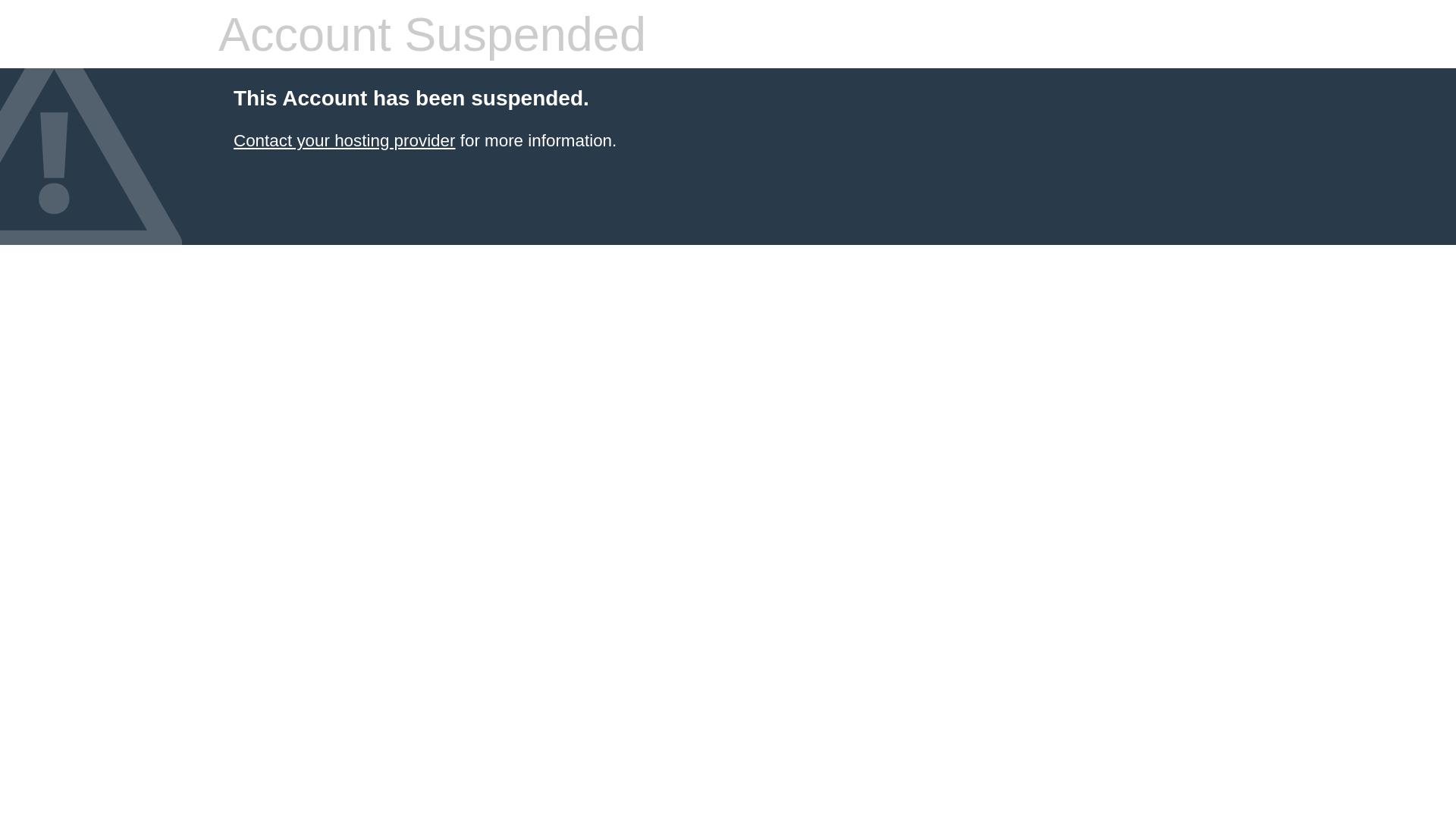 The image size is (1456, 819). Describe the element at coordinates (344, 140) in the screenshot. I see `'Contact your hosting provider'` at that location.